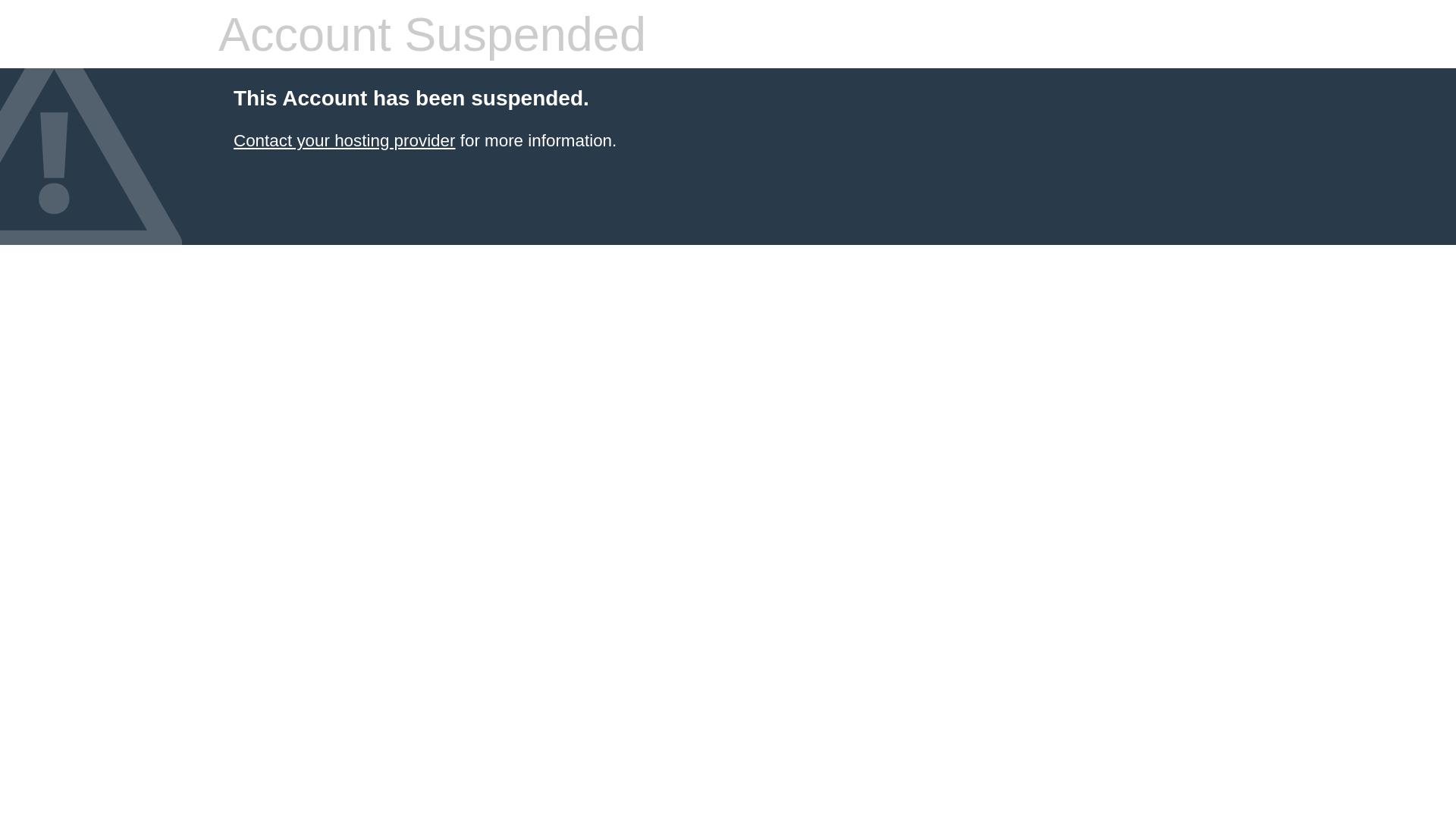 The image size is (1456, 819). Describe the element at coordinates (344, 140) in the screenshot. I see `'Contact your hosting provider'` at that location.